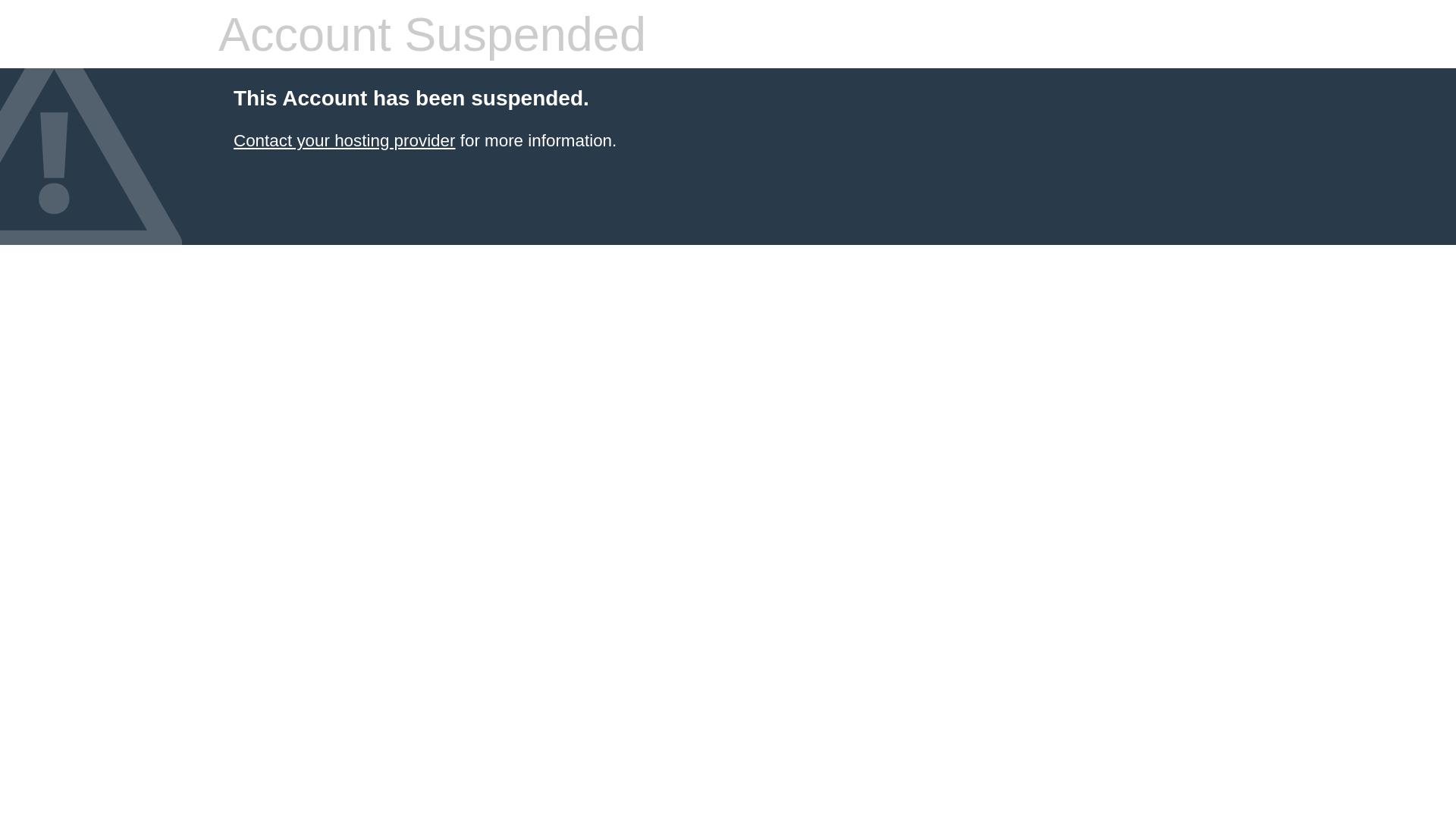 The image size is (1456, 819). Describe the element at coordinates (344, 140) in the screenshot. I see `'Contact your hosting provider'` at that location.